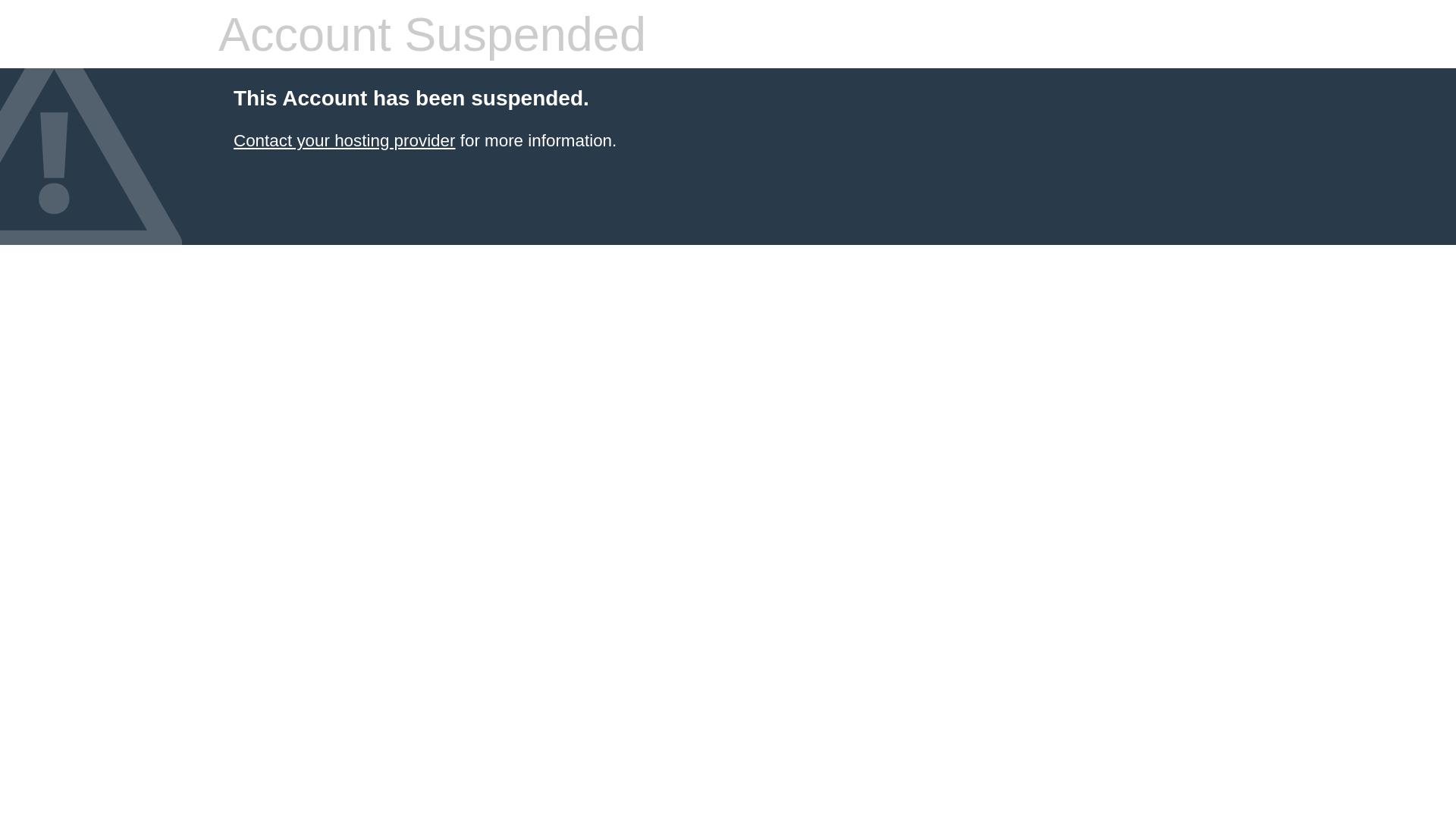 The image size is (1456, 819). Describe the element at coordinates (344, 140) in the screenshot. I see `'Contact your hosting provider'` at that location.